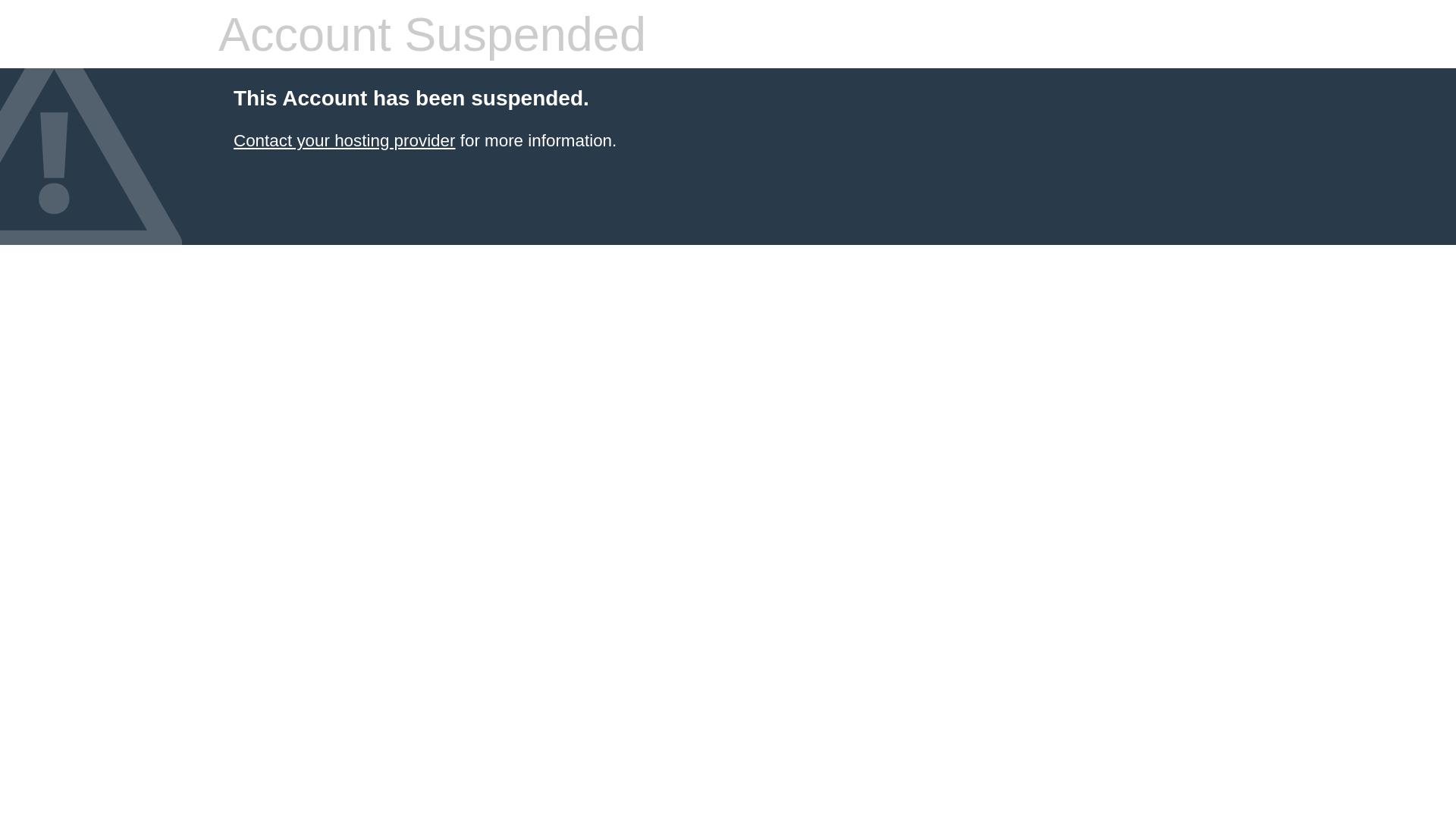 The image size is (1456, 819). Describe the element at coordinates (344, 140) in the screenshot. I see `'Contact your hosting provider'` at that location.